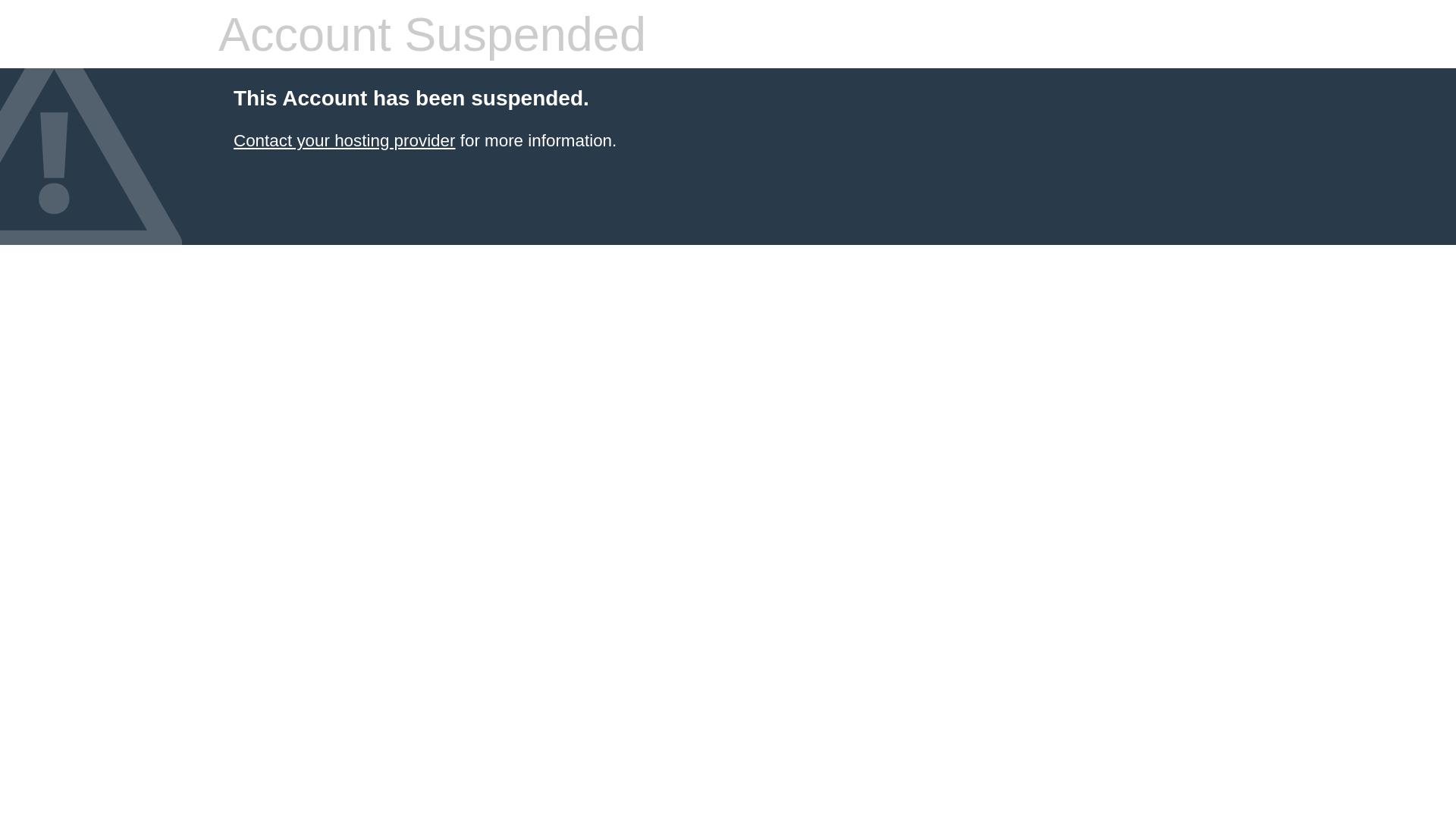 The image size is (1456, 819). Describe the element at coordinates (344, 140) in the screenshot. I see `'Contact your hosting provider'` at that location.